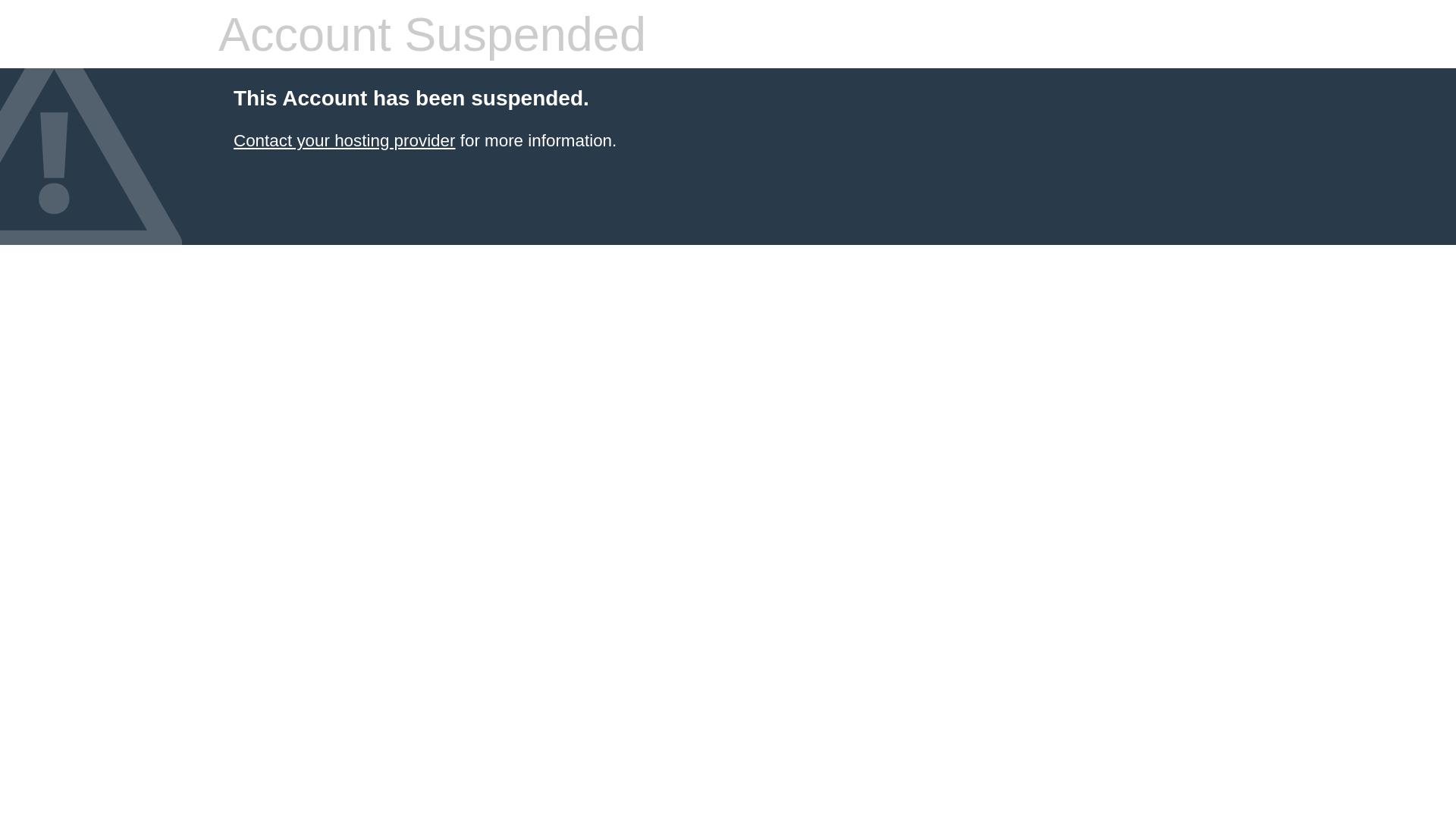 The image size is (1456, 819). Describe the element at coordinates (344, 140) in the screenshot. I see `'Contact your hosting provider'` at that location.